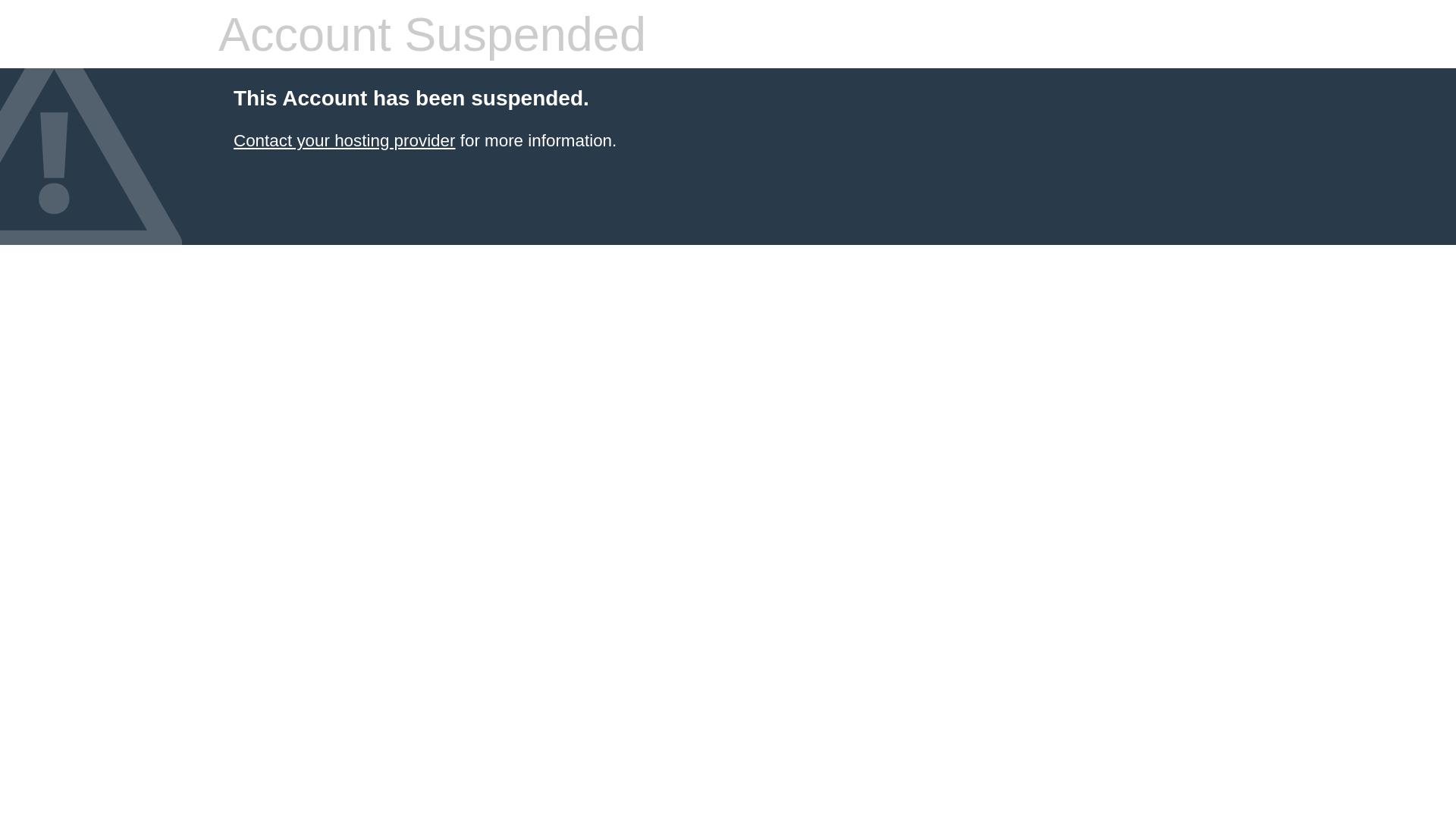 The image size is (1456, 819). Describe the element at coordinates (344, 140) in the screenshot. I see `'Contact your hosting provider'` at that location.